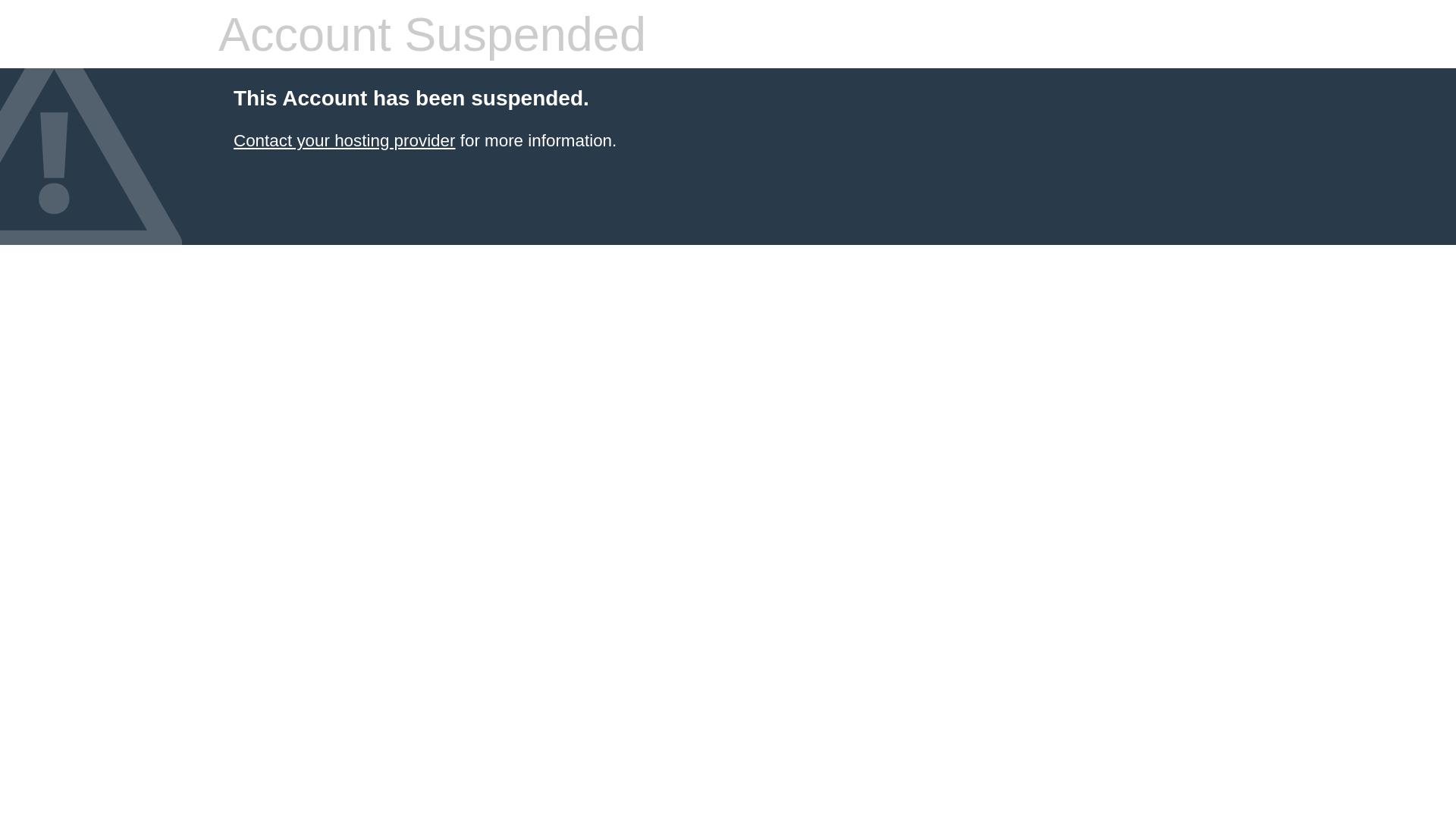 The image size is (1456, 819). Describe the element at coordinates (344, 140) in the screenshot. I see `'Contact your hosting provider'` at that location.